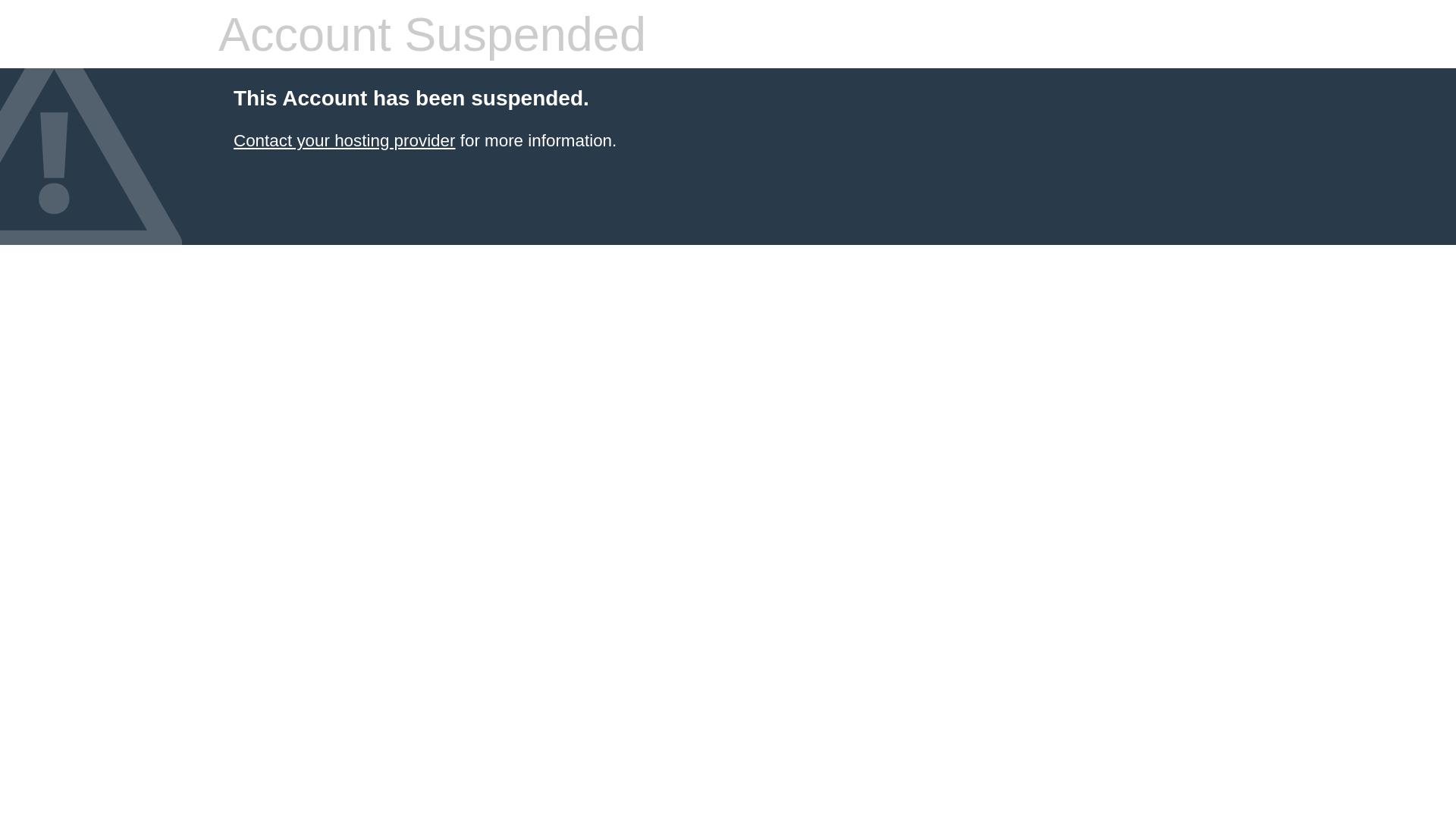 The image size is (1456, 819). Describe the element at coordinates (344, 140) in the screenshot. I see `'Contact your hosting provider'` at that location.